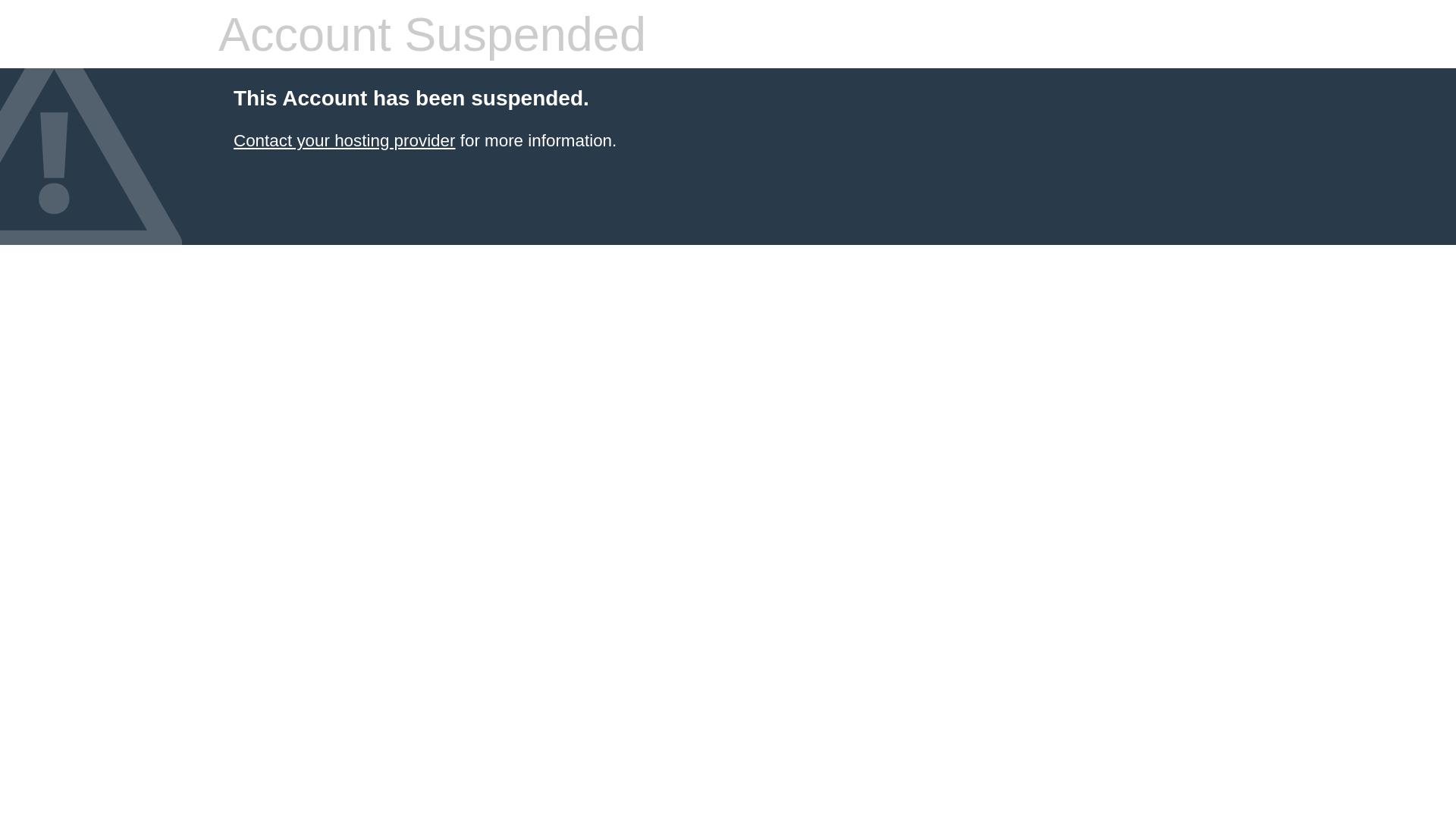 The image size is (1456, 819). Describe the element at coordinates (344, 140) in the screenshot. I see `'Contact your hosting provider'` at that location.